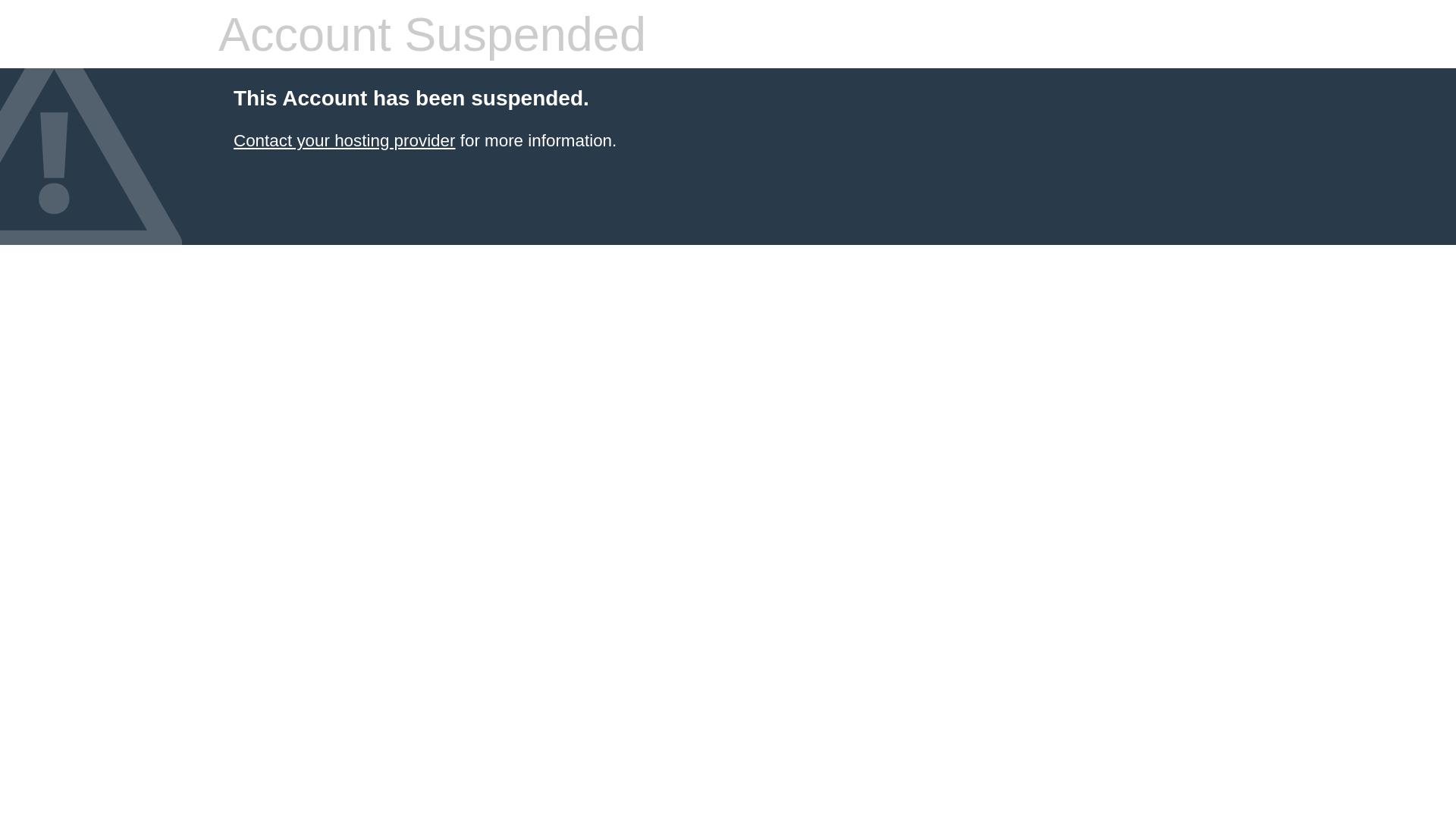 The image size is (1456, 819). Describe the element at coordinates (344, 140) in the screenshot. I see `'Contact your hosting provider'` at that location.